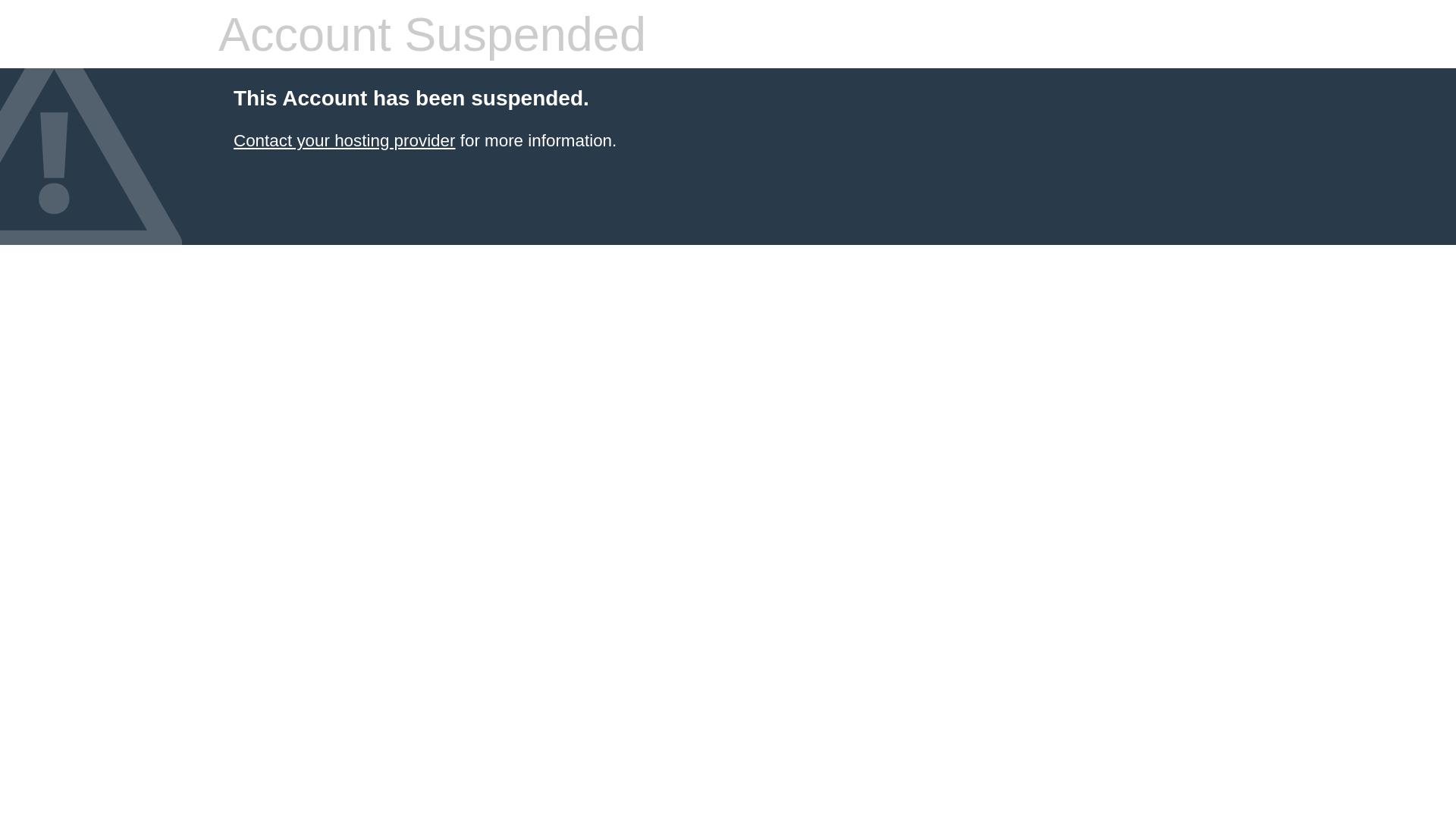 The image size is (1456, 819). Describe the element at coordinates (344, 140) in the screenshot. I see `'Contact your hosting provider'` at that location.